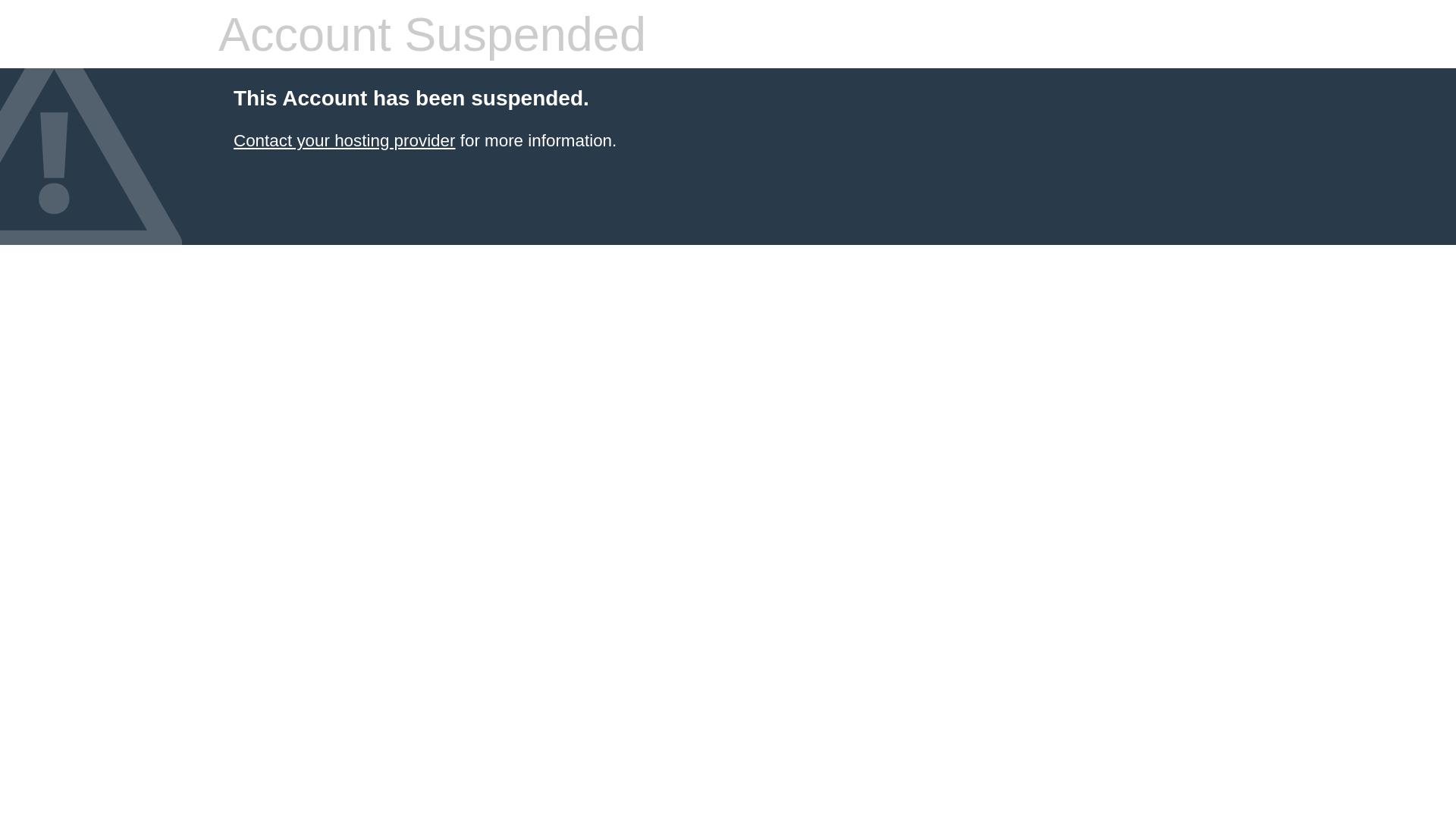 The image size is (1456, 819). Describe the element at coordinates (344, 140) in the screenshot. I see `'Contact your hosting provider'` at that location.